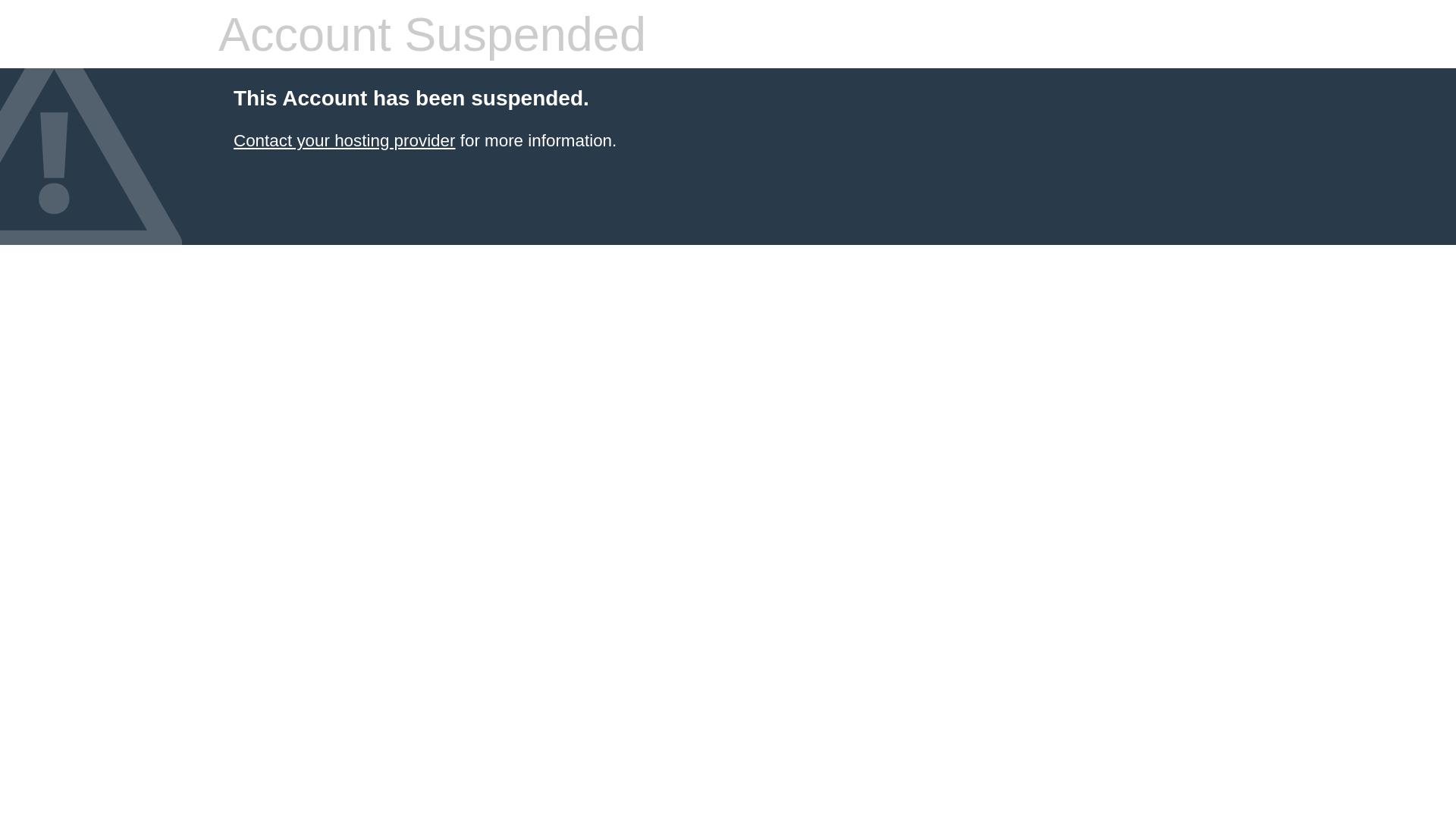 The image size is (1456, 819). Describe the element at coordinates (344, 140) in the screenshot. I see `'Contact your hosting provider'` at that location.